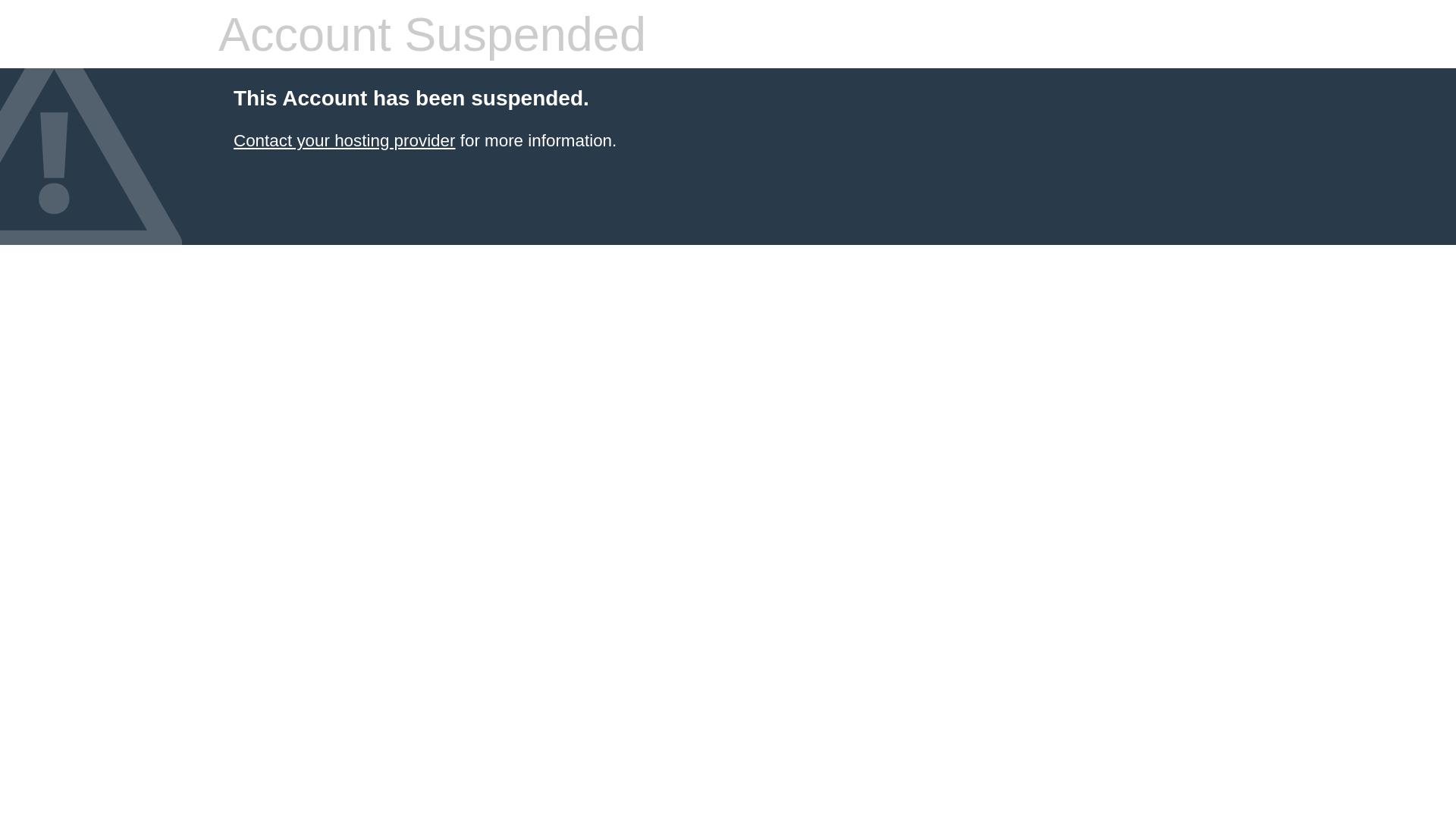 The image size is (1456, 819). Describe the element at coordinates (344, 140) in the screenshot. I see `'Contact your hosting provider'` at that location.